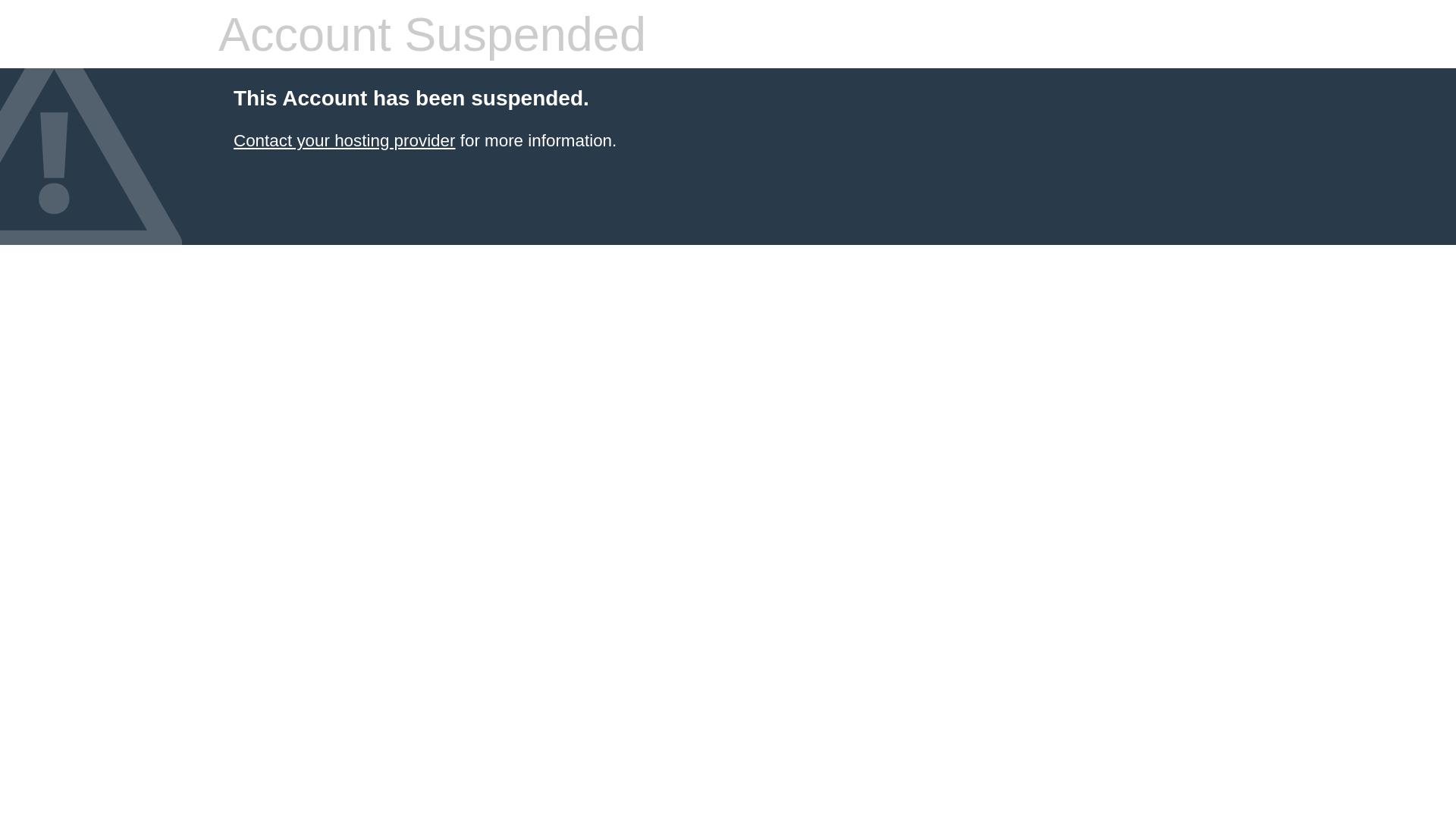 The image size is (1456, 819). Describe the element at coordinates (344, 140) in the screenshot. I see `'Contact your hosting provider'` at that location.